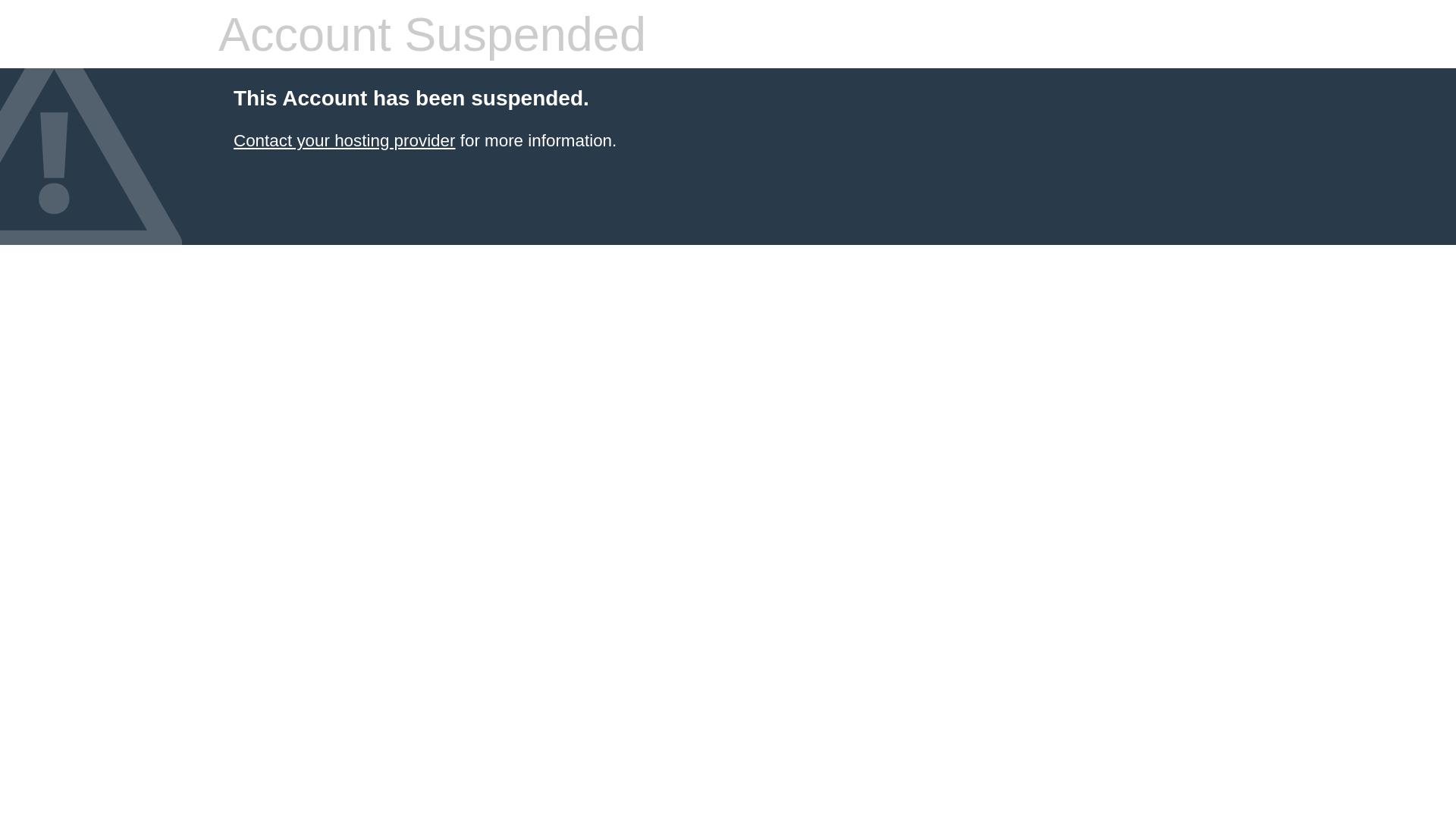 The image size is (1456, 819). Describe the element at coordinates (344, 140) in the screenshot. I see `'Contact your hosting provider'` at that location.